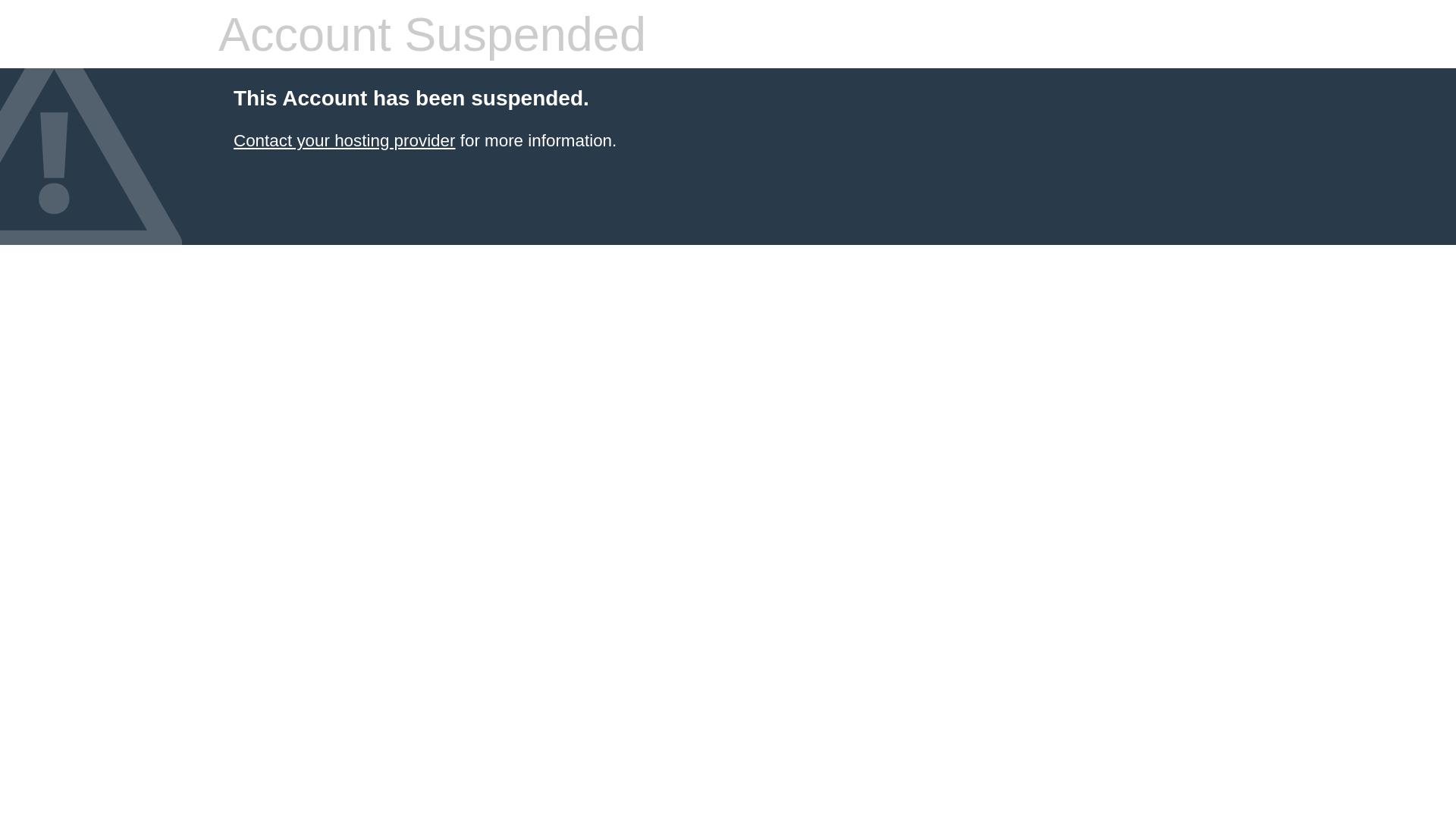 The image size is (1456, 819). Describe the element at coordinates (344, 140) in the screenshot. I see `'Contact your hosting provider'` at that location.